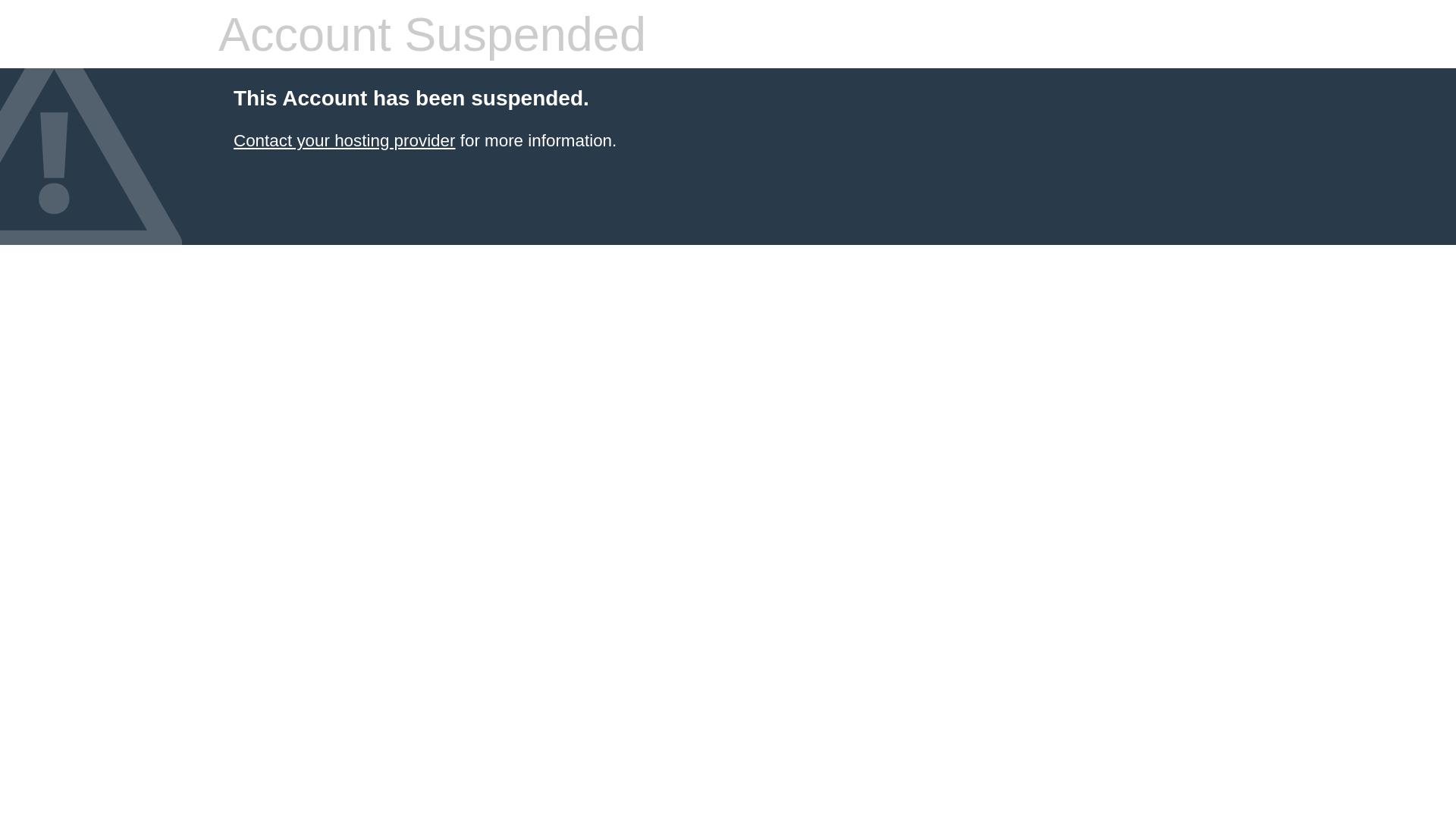 The image size is (1456, 819). Describe the element at coordinates (344, 140) in the screenshot. I see `'Contact your hosting provider'` at that location.